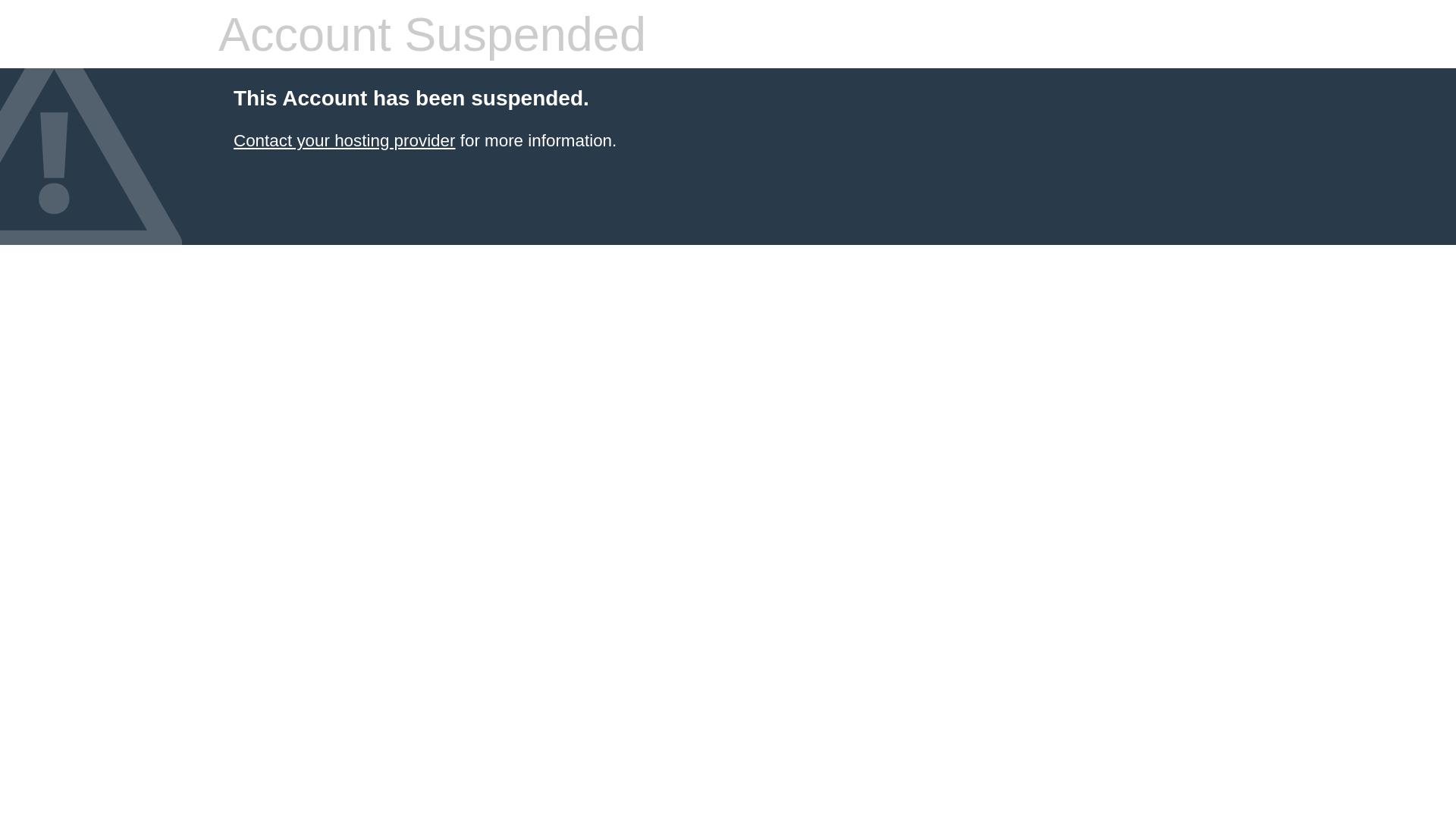 The image size is (1456, 819). Describe the element at coordinates (344, 140) in the screenshot. I see `'Contact your hosting provider'` at that location.